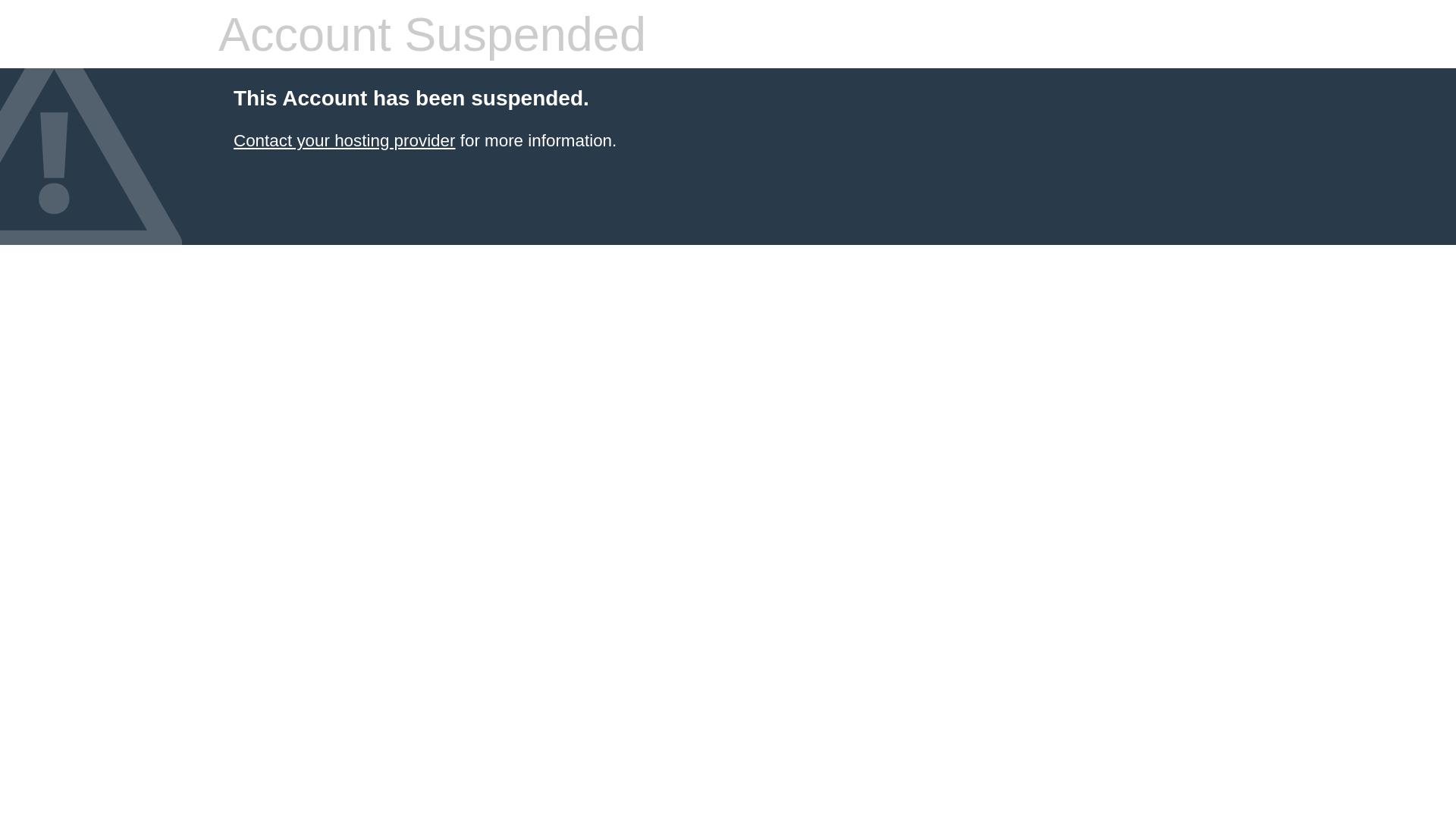 The image size is (1456, 819). Describe the element at coordinates (344, 140) in the screenshot. I see `'Contact your hosting provider'` at that location.